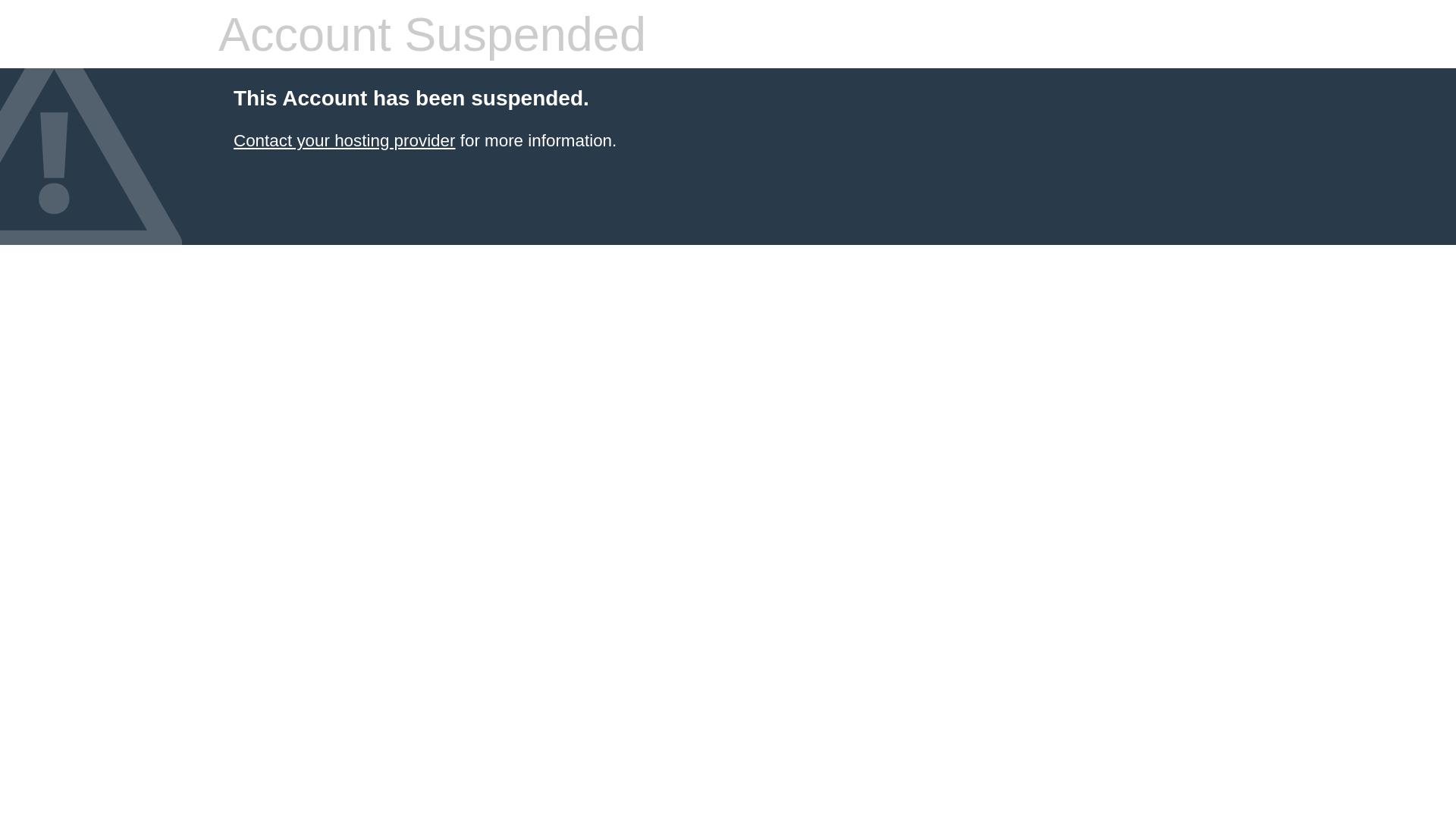 The image size is (1456, 819). Describe the element at coordinates (344, 140) in the screenshot. I see `'Contact your hosting provider'` at that location.